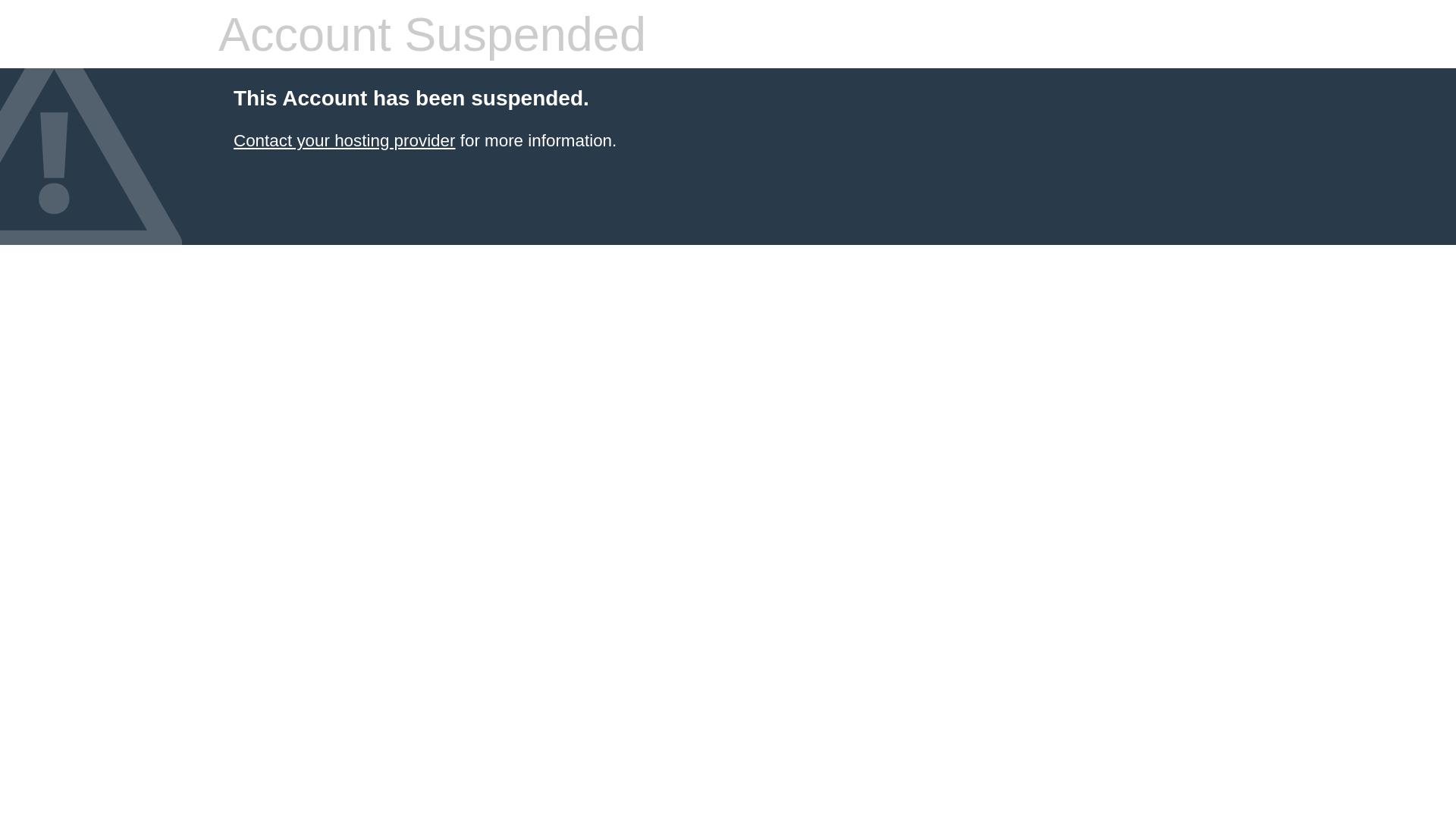 The image size is (1456, 819). Describe the element at coordinates (344, 140) in the screenshot. I see `'Contact your hosting provider'` at that location.